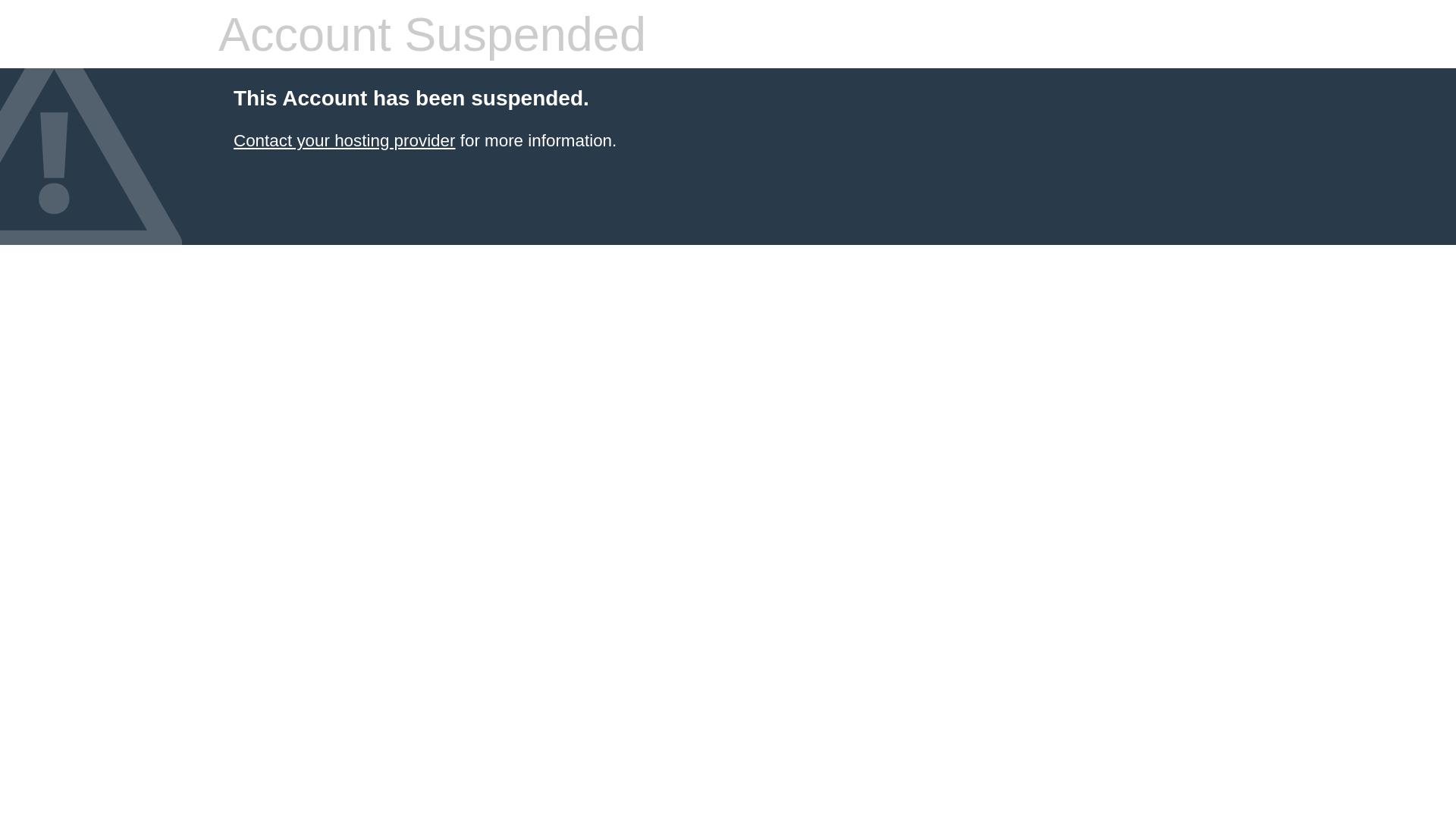 The image size is (1456, 819). Describe the element at coordinates (344, 140) in the screenshot. I see `'Contact your hosting provider'` at that location.